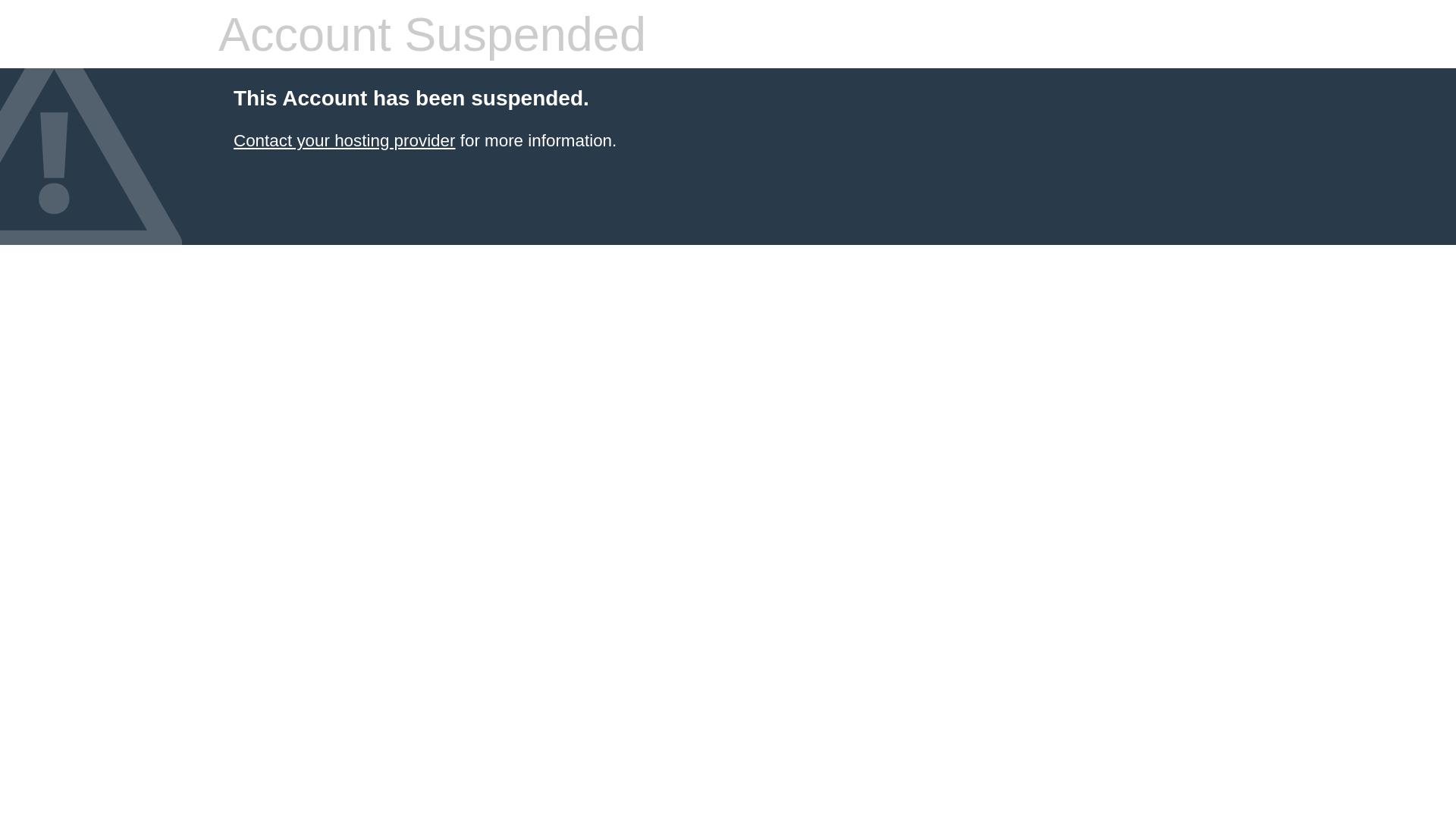 The image size is (1456, 819). Describe the element at coordinates (344, 140) in the screenshot. I see `'Contact your hosting provider'` at that location.